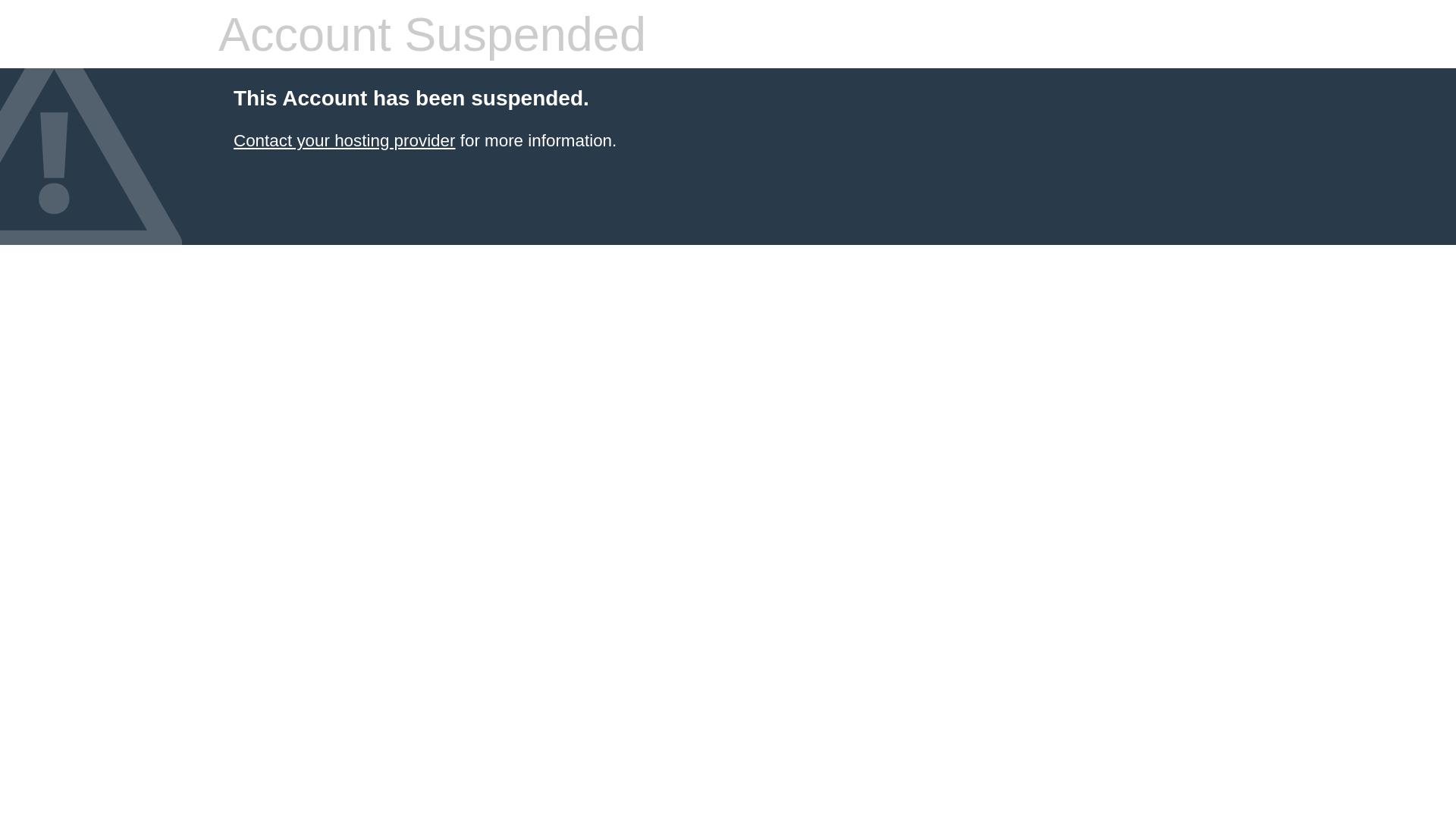 The image size is (1456, 819). Describe the element at coordinates (344, 140) in the screenshot. I see `'Contact your hosting provider'` at that location.